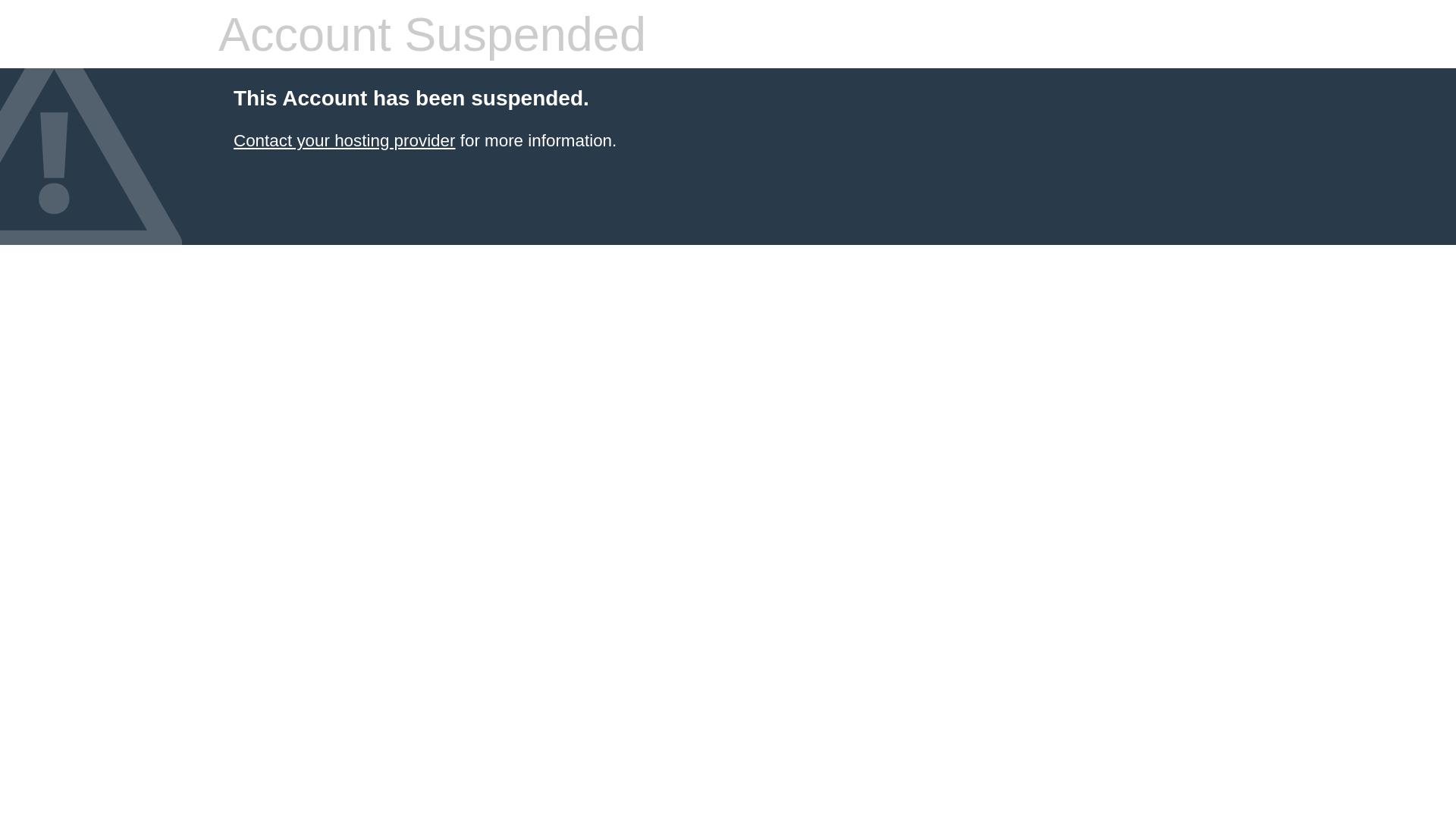 The image size is (1456, 819). Describe the element at coordinates (344, 140) in the screenshot. I see `'Contact your hosting provider'` at that location.